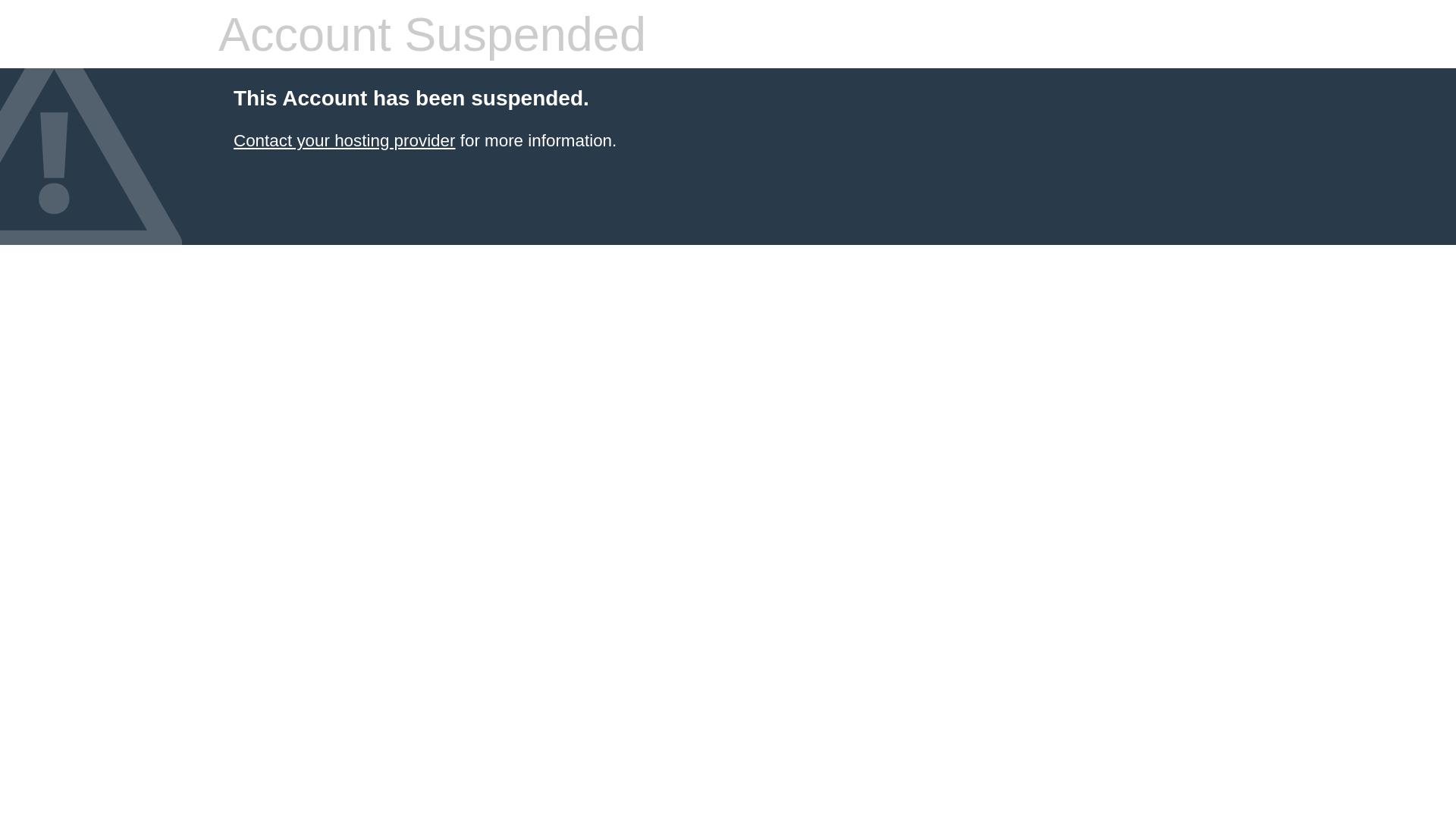 The image size is (1456, 819). Describe the element at coordinates (344, 140) in the screenshot. I see `'Contact your hosting provider'` at that location.